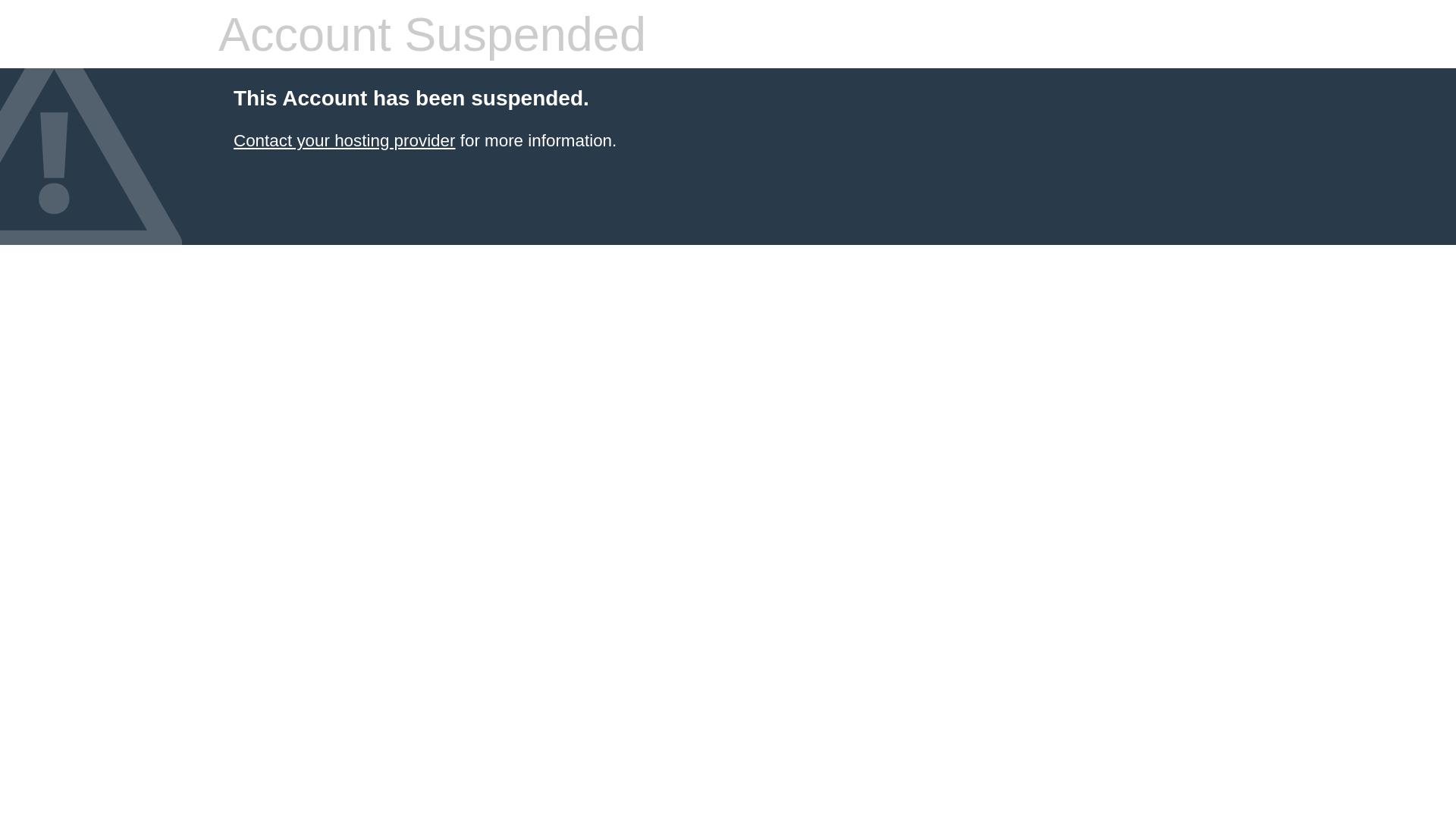 The image size is (1456, 819). Describe the element at coordinates (344, 140) in the screenshot. I see `'Contact your hosting provider'` at that location.